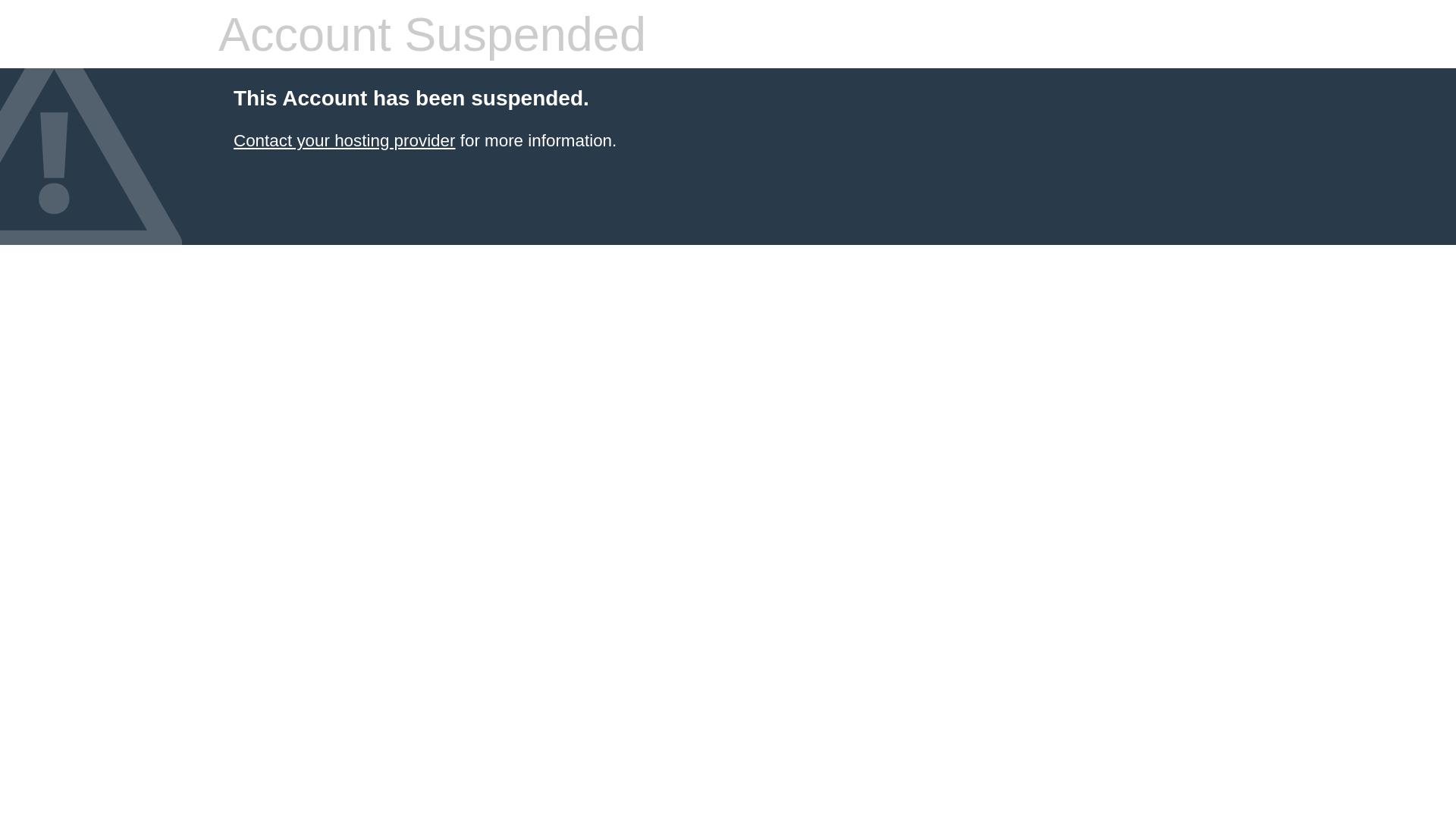 The image size is (1456, 819). Describe the element at coordinates (344, 140) in the screenshot. I see `'Contact your hosting provider'` at that location.